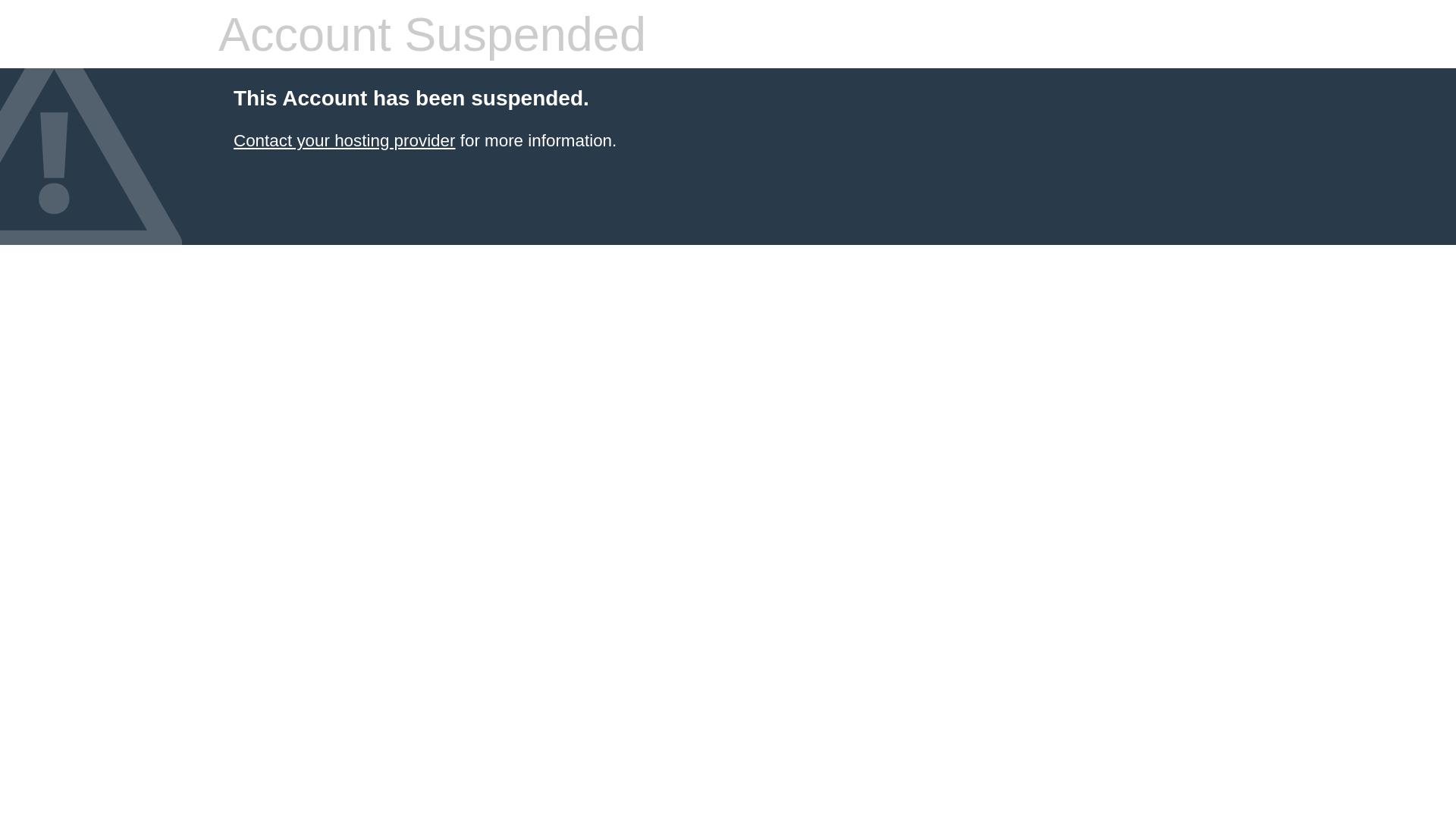 The image size is (1456, 819). Describe the element at coordinates (344, 140) in the screenshot. I see `'Contact your hosting provider'` at that location.